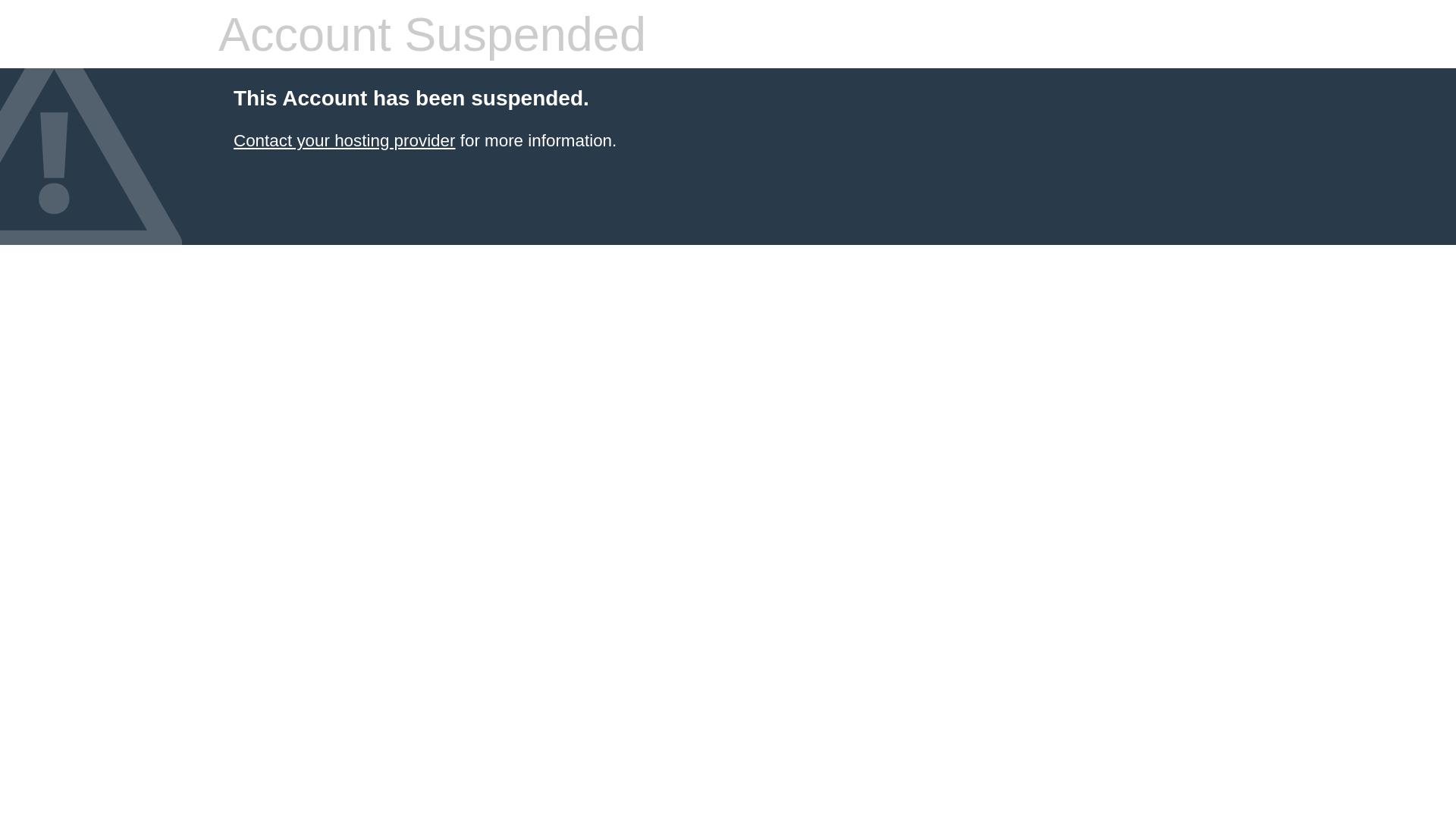 The image size is (1456, 819). Describe the element at coordinates (344, 140) in the screenshot. I see `'Contact your hosting provider'` at that location.